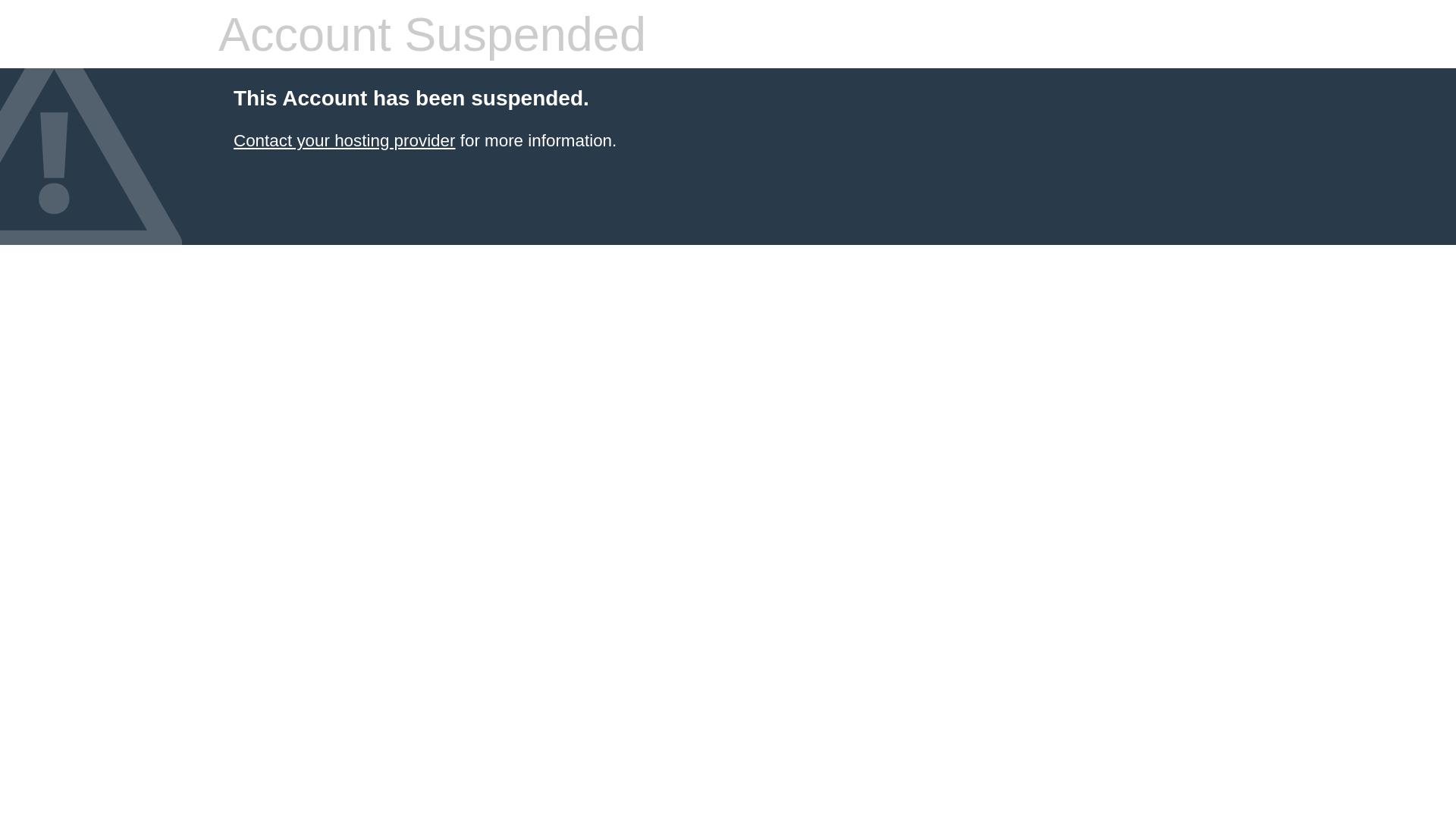 The image size is (1456, 819). Describe the element at coordinates (344, 140) in the screenshot. I see `'Contact your hosting provider'` at that location.